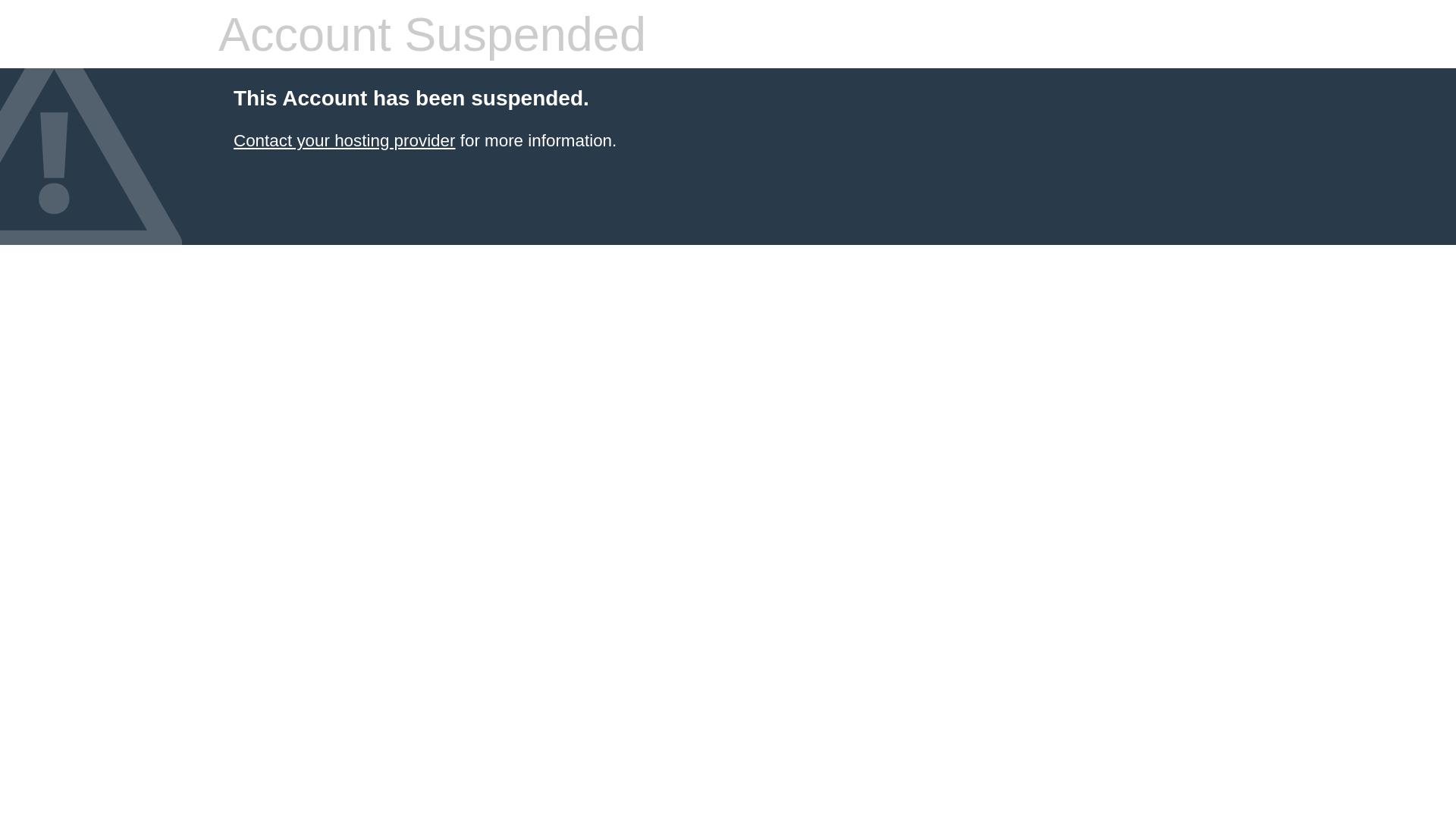 The image size is (1456, 819). Describe the element at coordinates (344, 140) in the screenshot. I see `'Contact your hosting provider'` at that location.